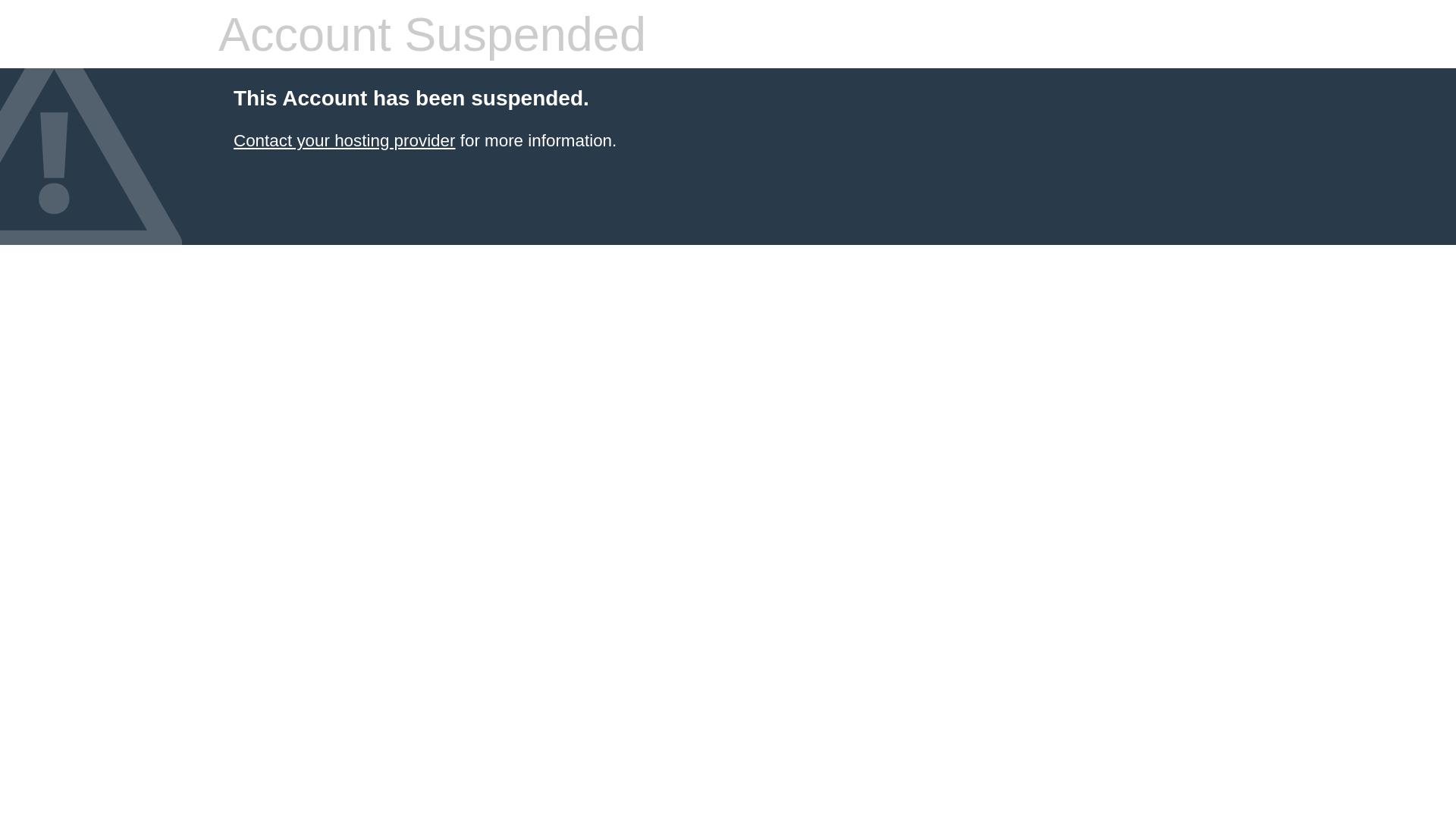 The image size is (1456, 819). Describe the element at coordinates (344, 140) in the screenshot. I see `'Contact your hosting provider'` at that location.